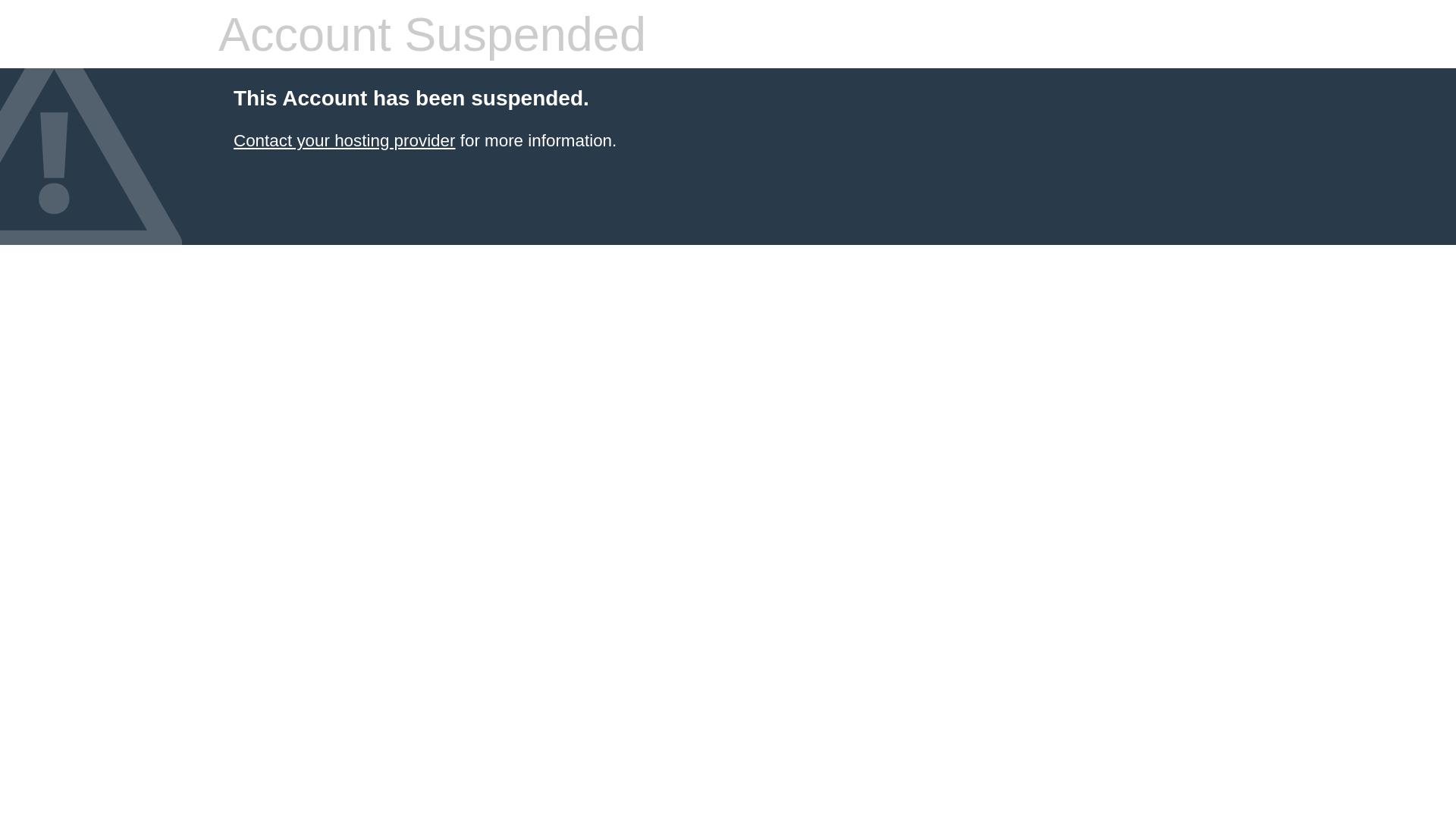 The image size is (1456, 819). Describe the element at coordinates (344, 140) in the screenshot. I see `'Contact your hosting provider'` at that location.